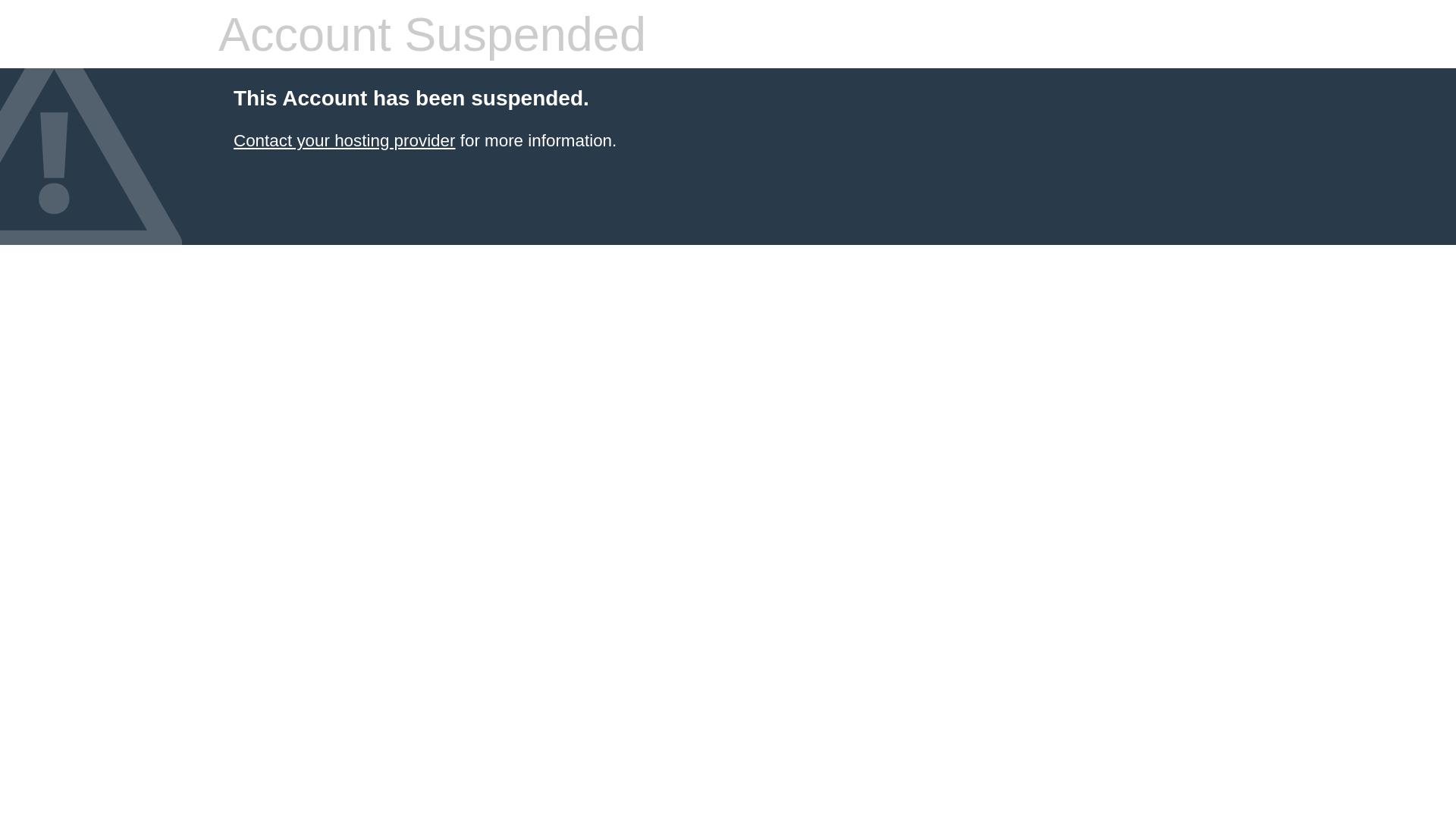 The image size is (1456, 819). Describe the element at coordinates (344, 140) in the screenshot. I see `'Contact your hosting provider'` at that location.